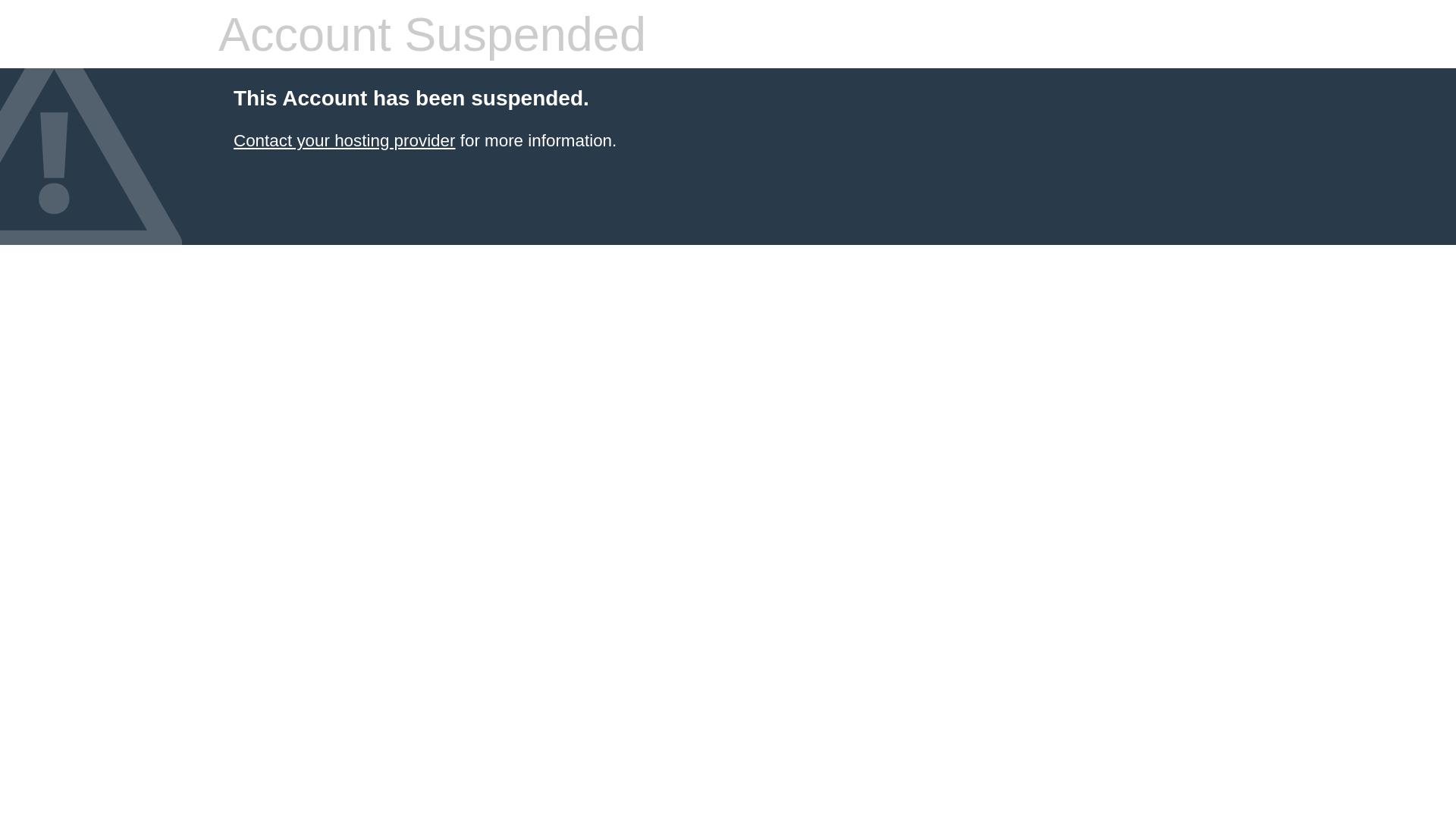 The image size is (1456, 819). Describe the element at coordinates (344, 140) in the screenshot. I see `'Contact your hosting provider'` at that location.